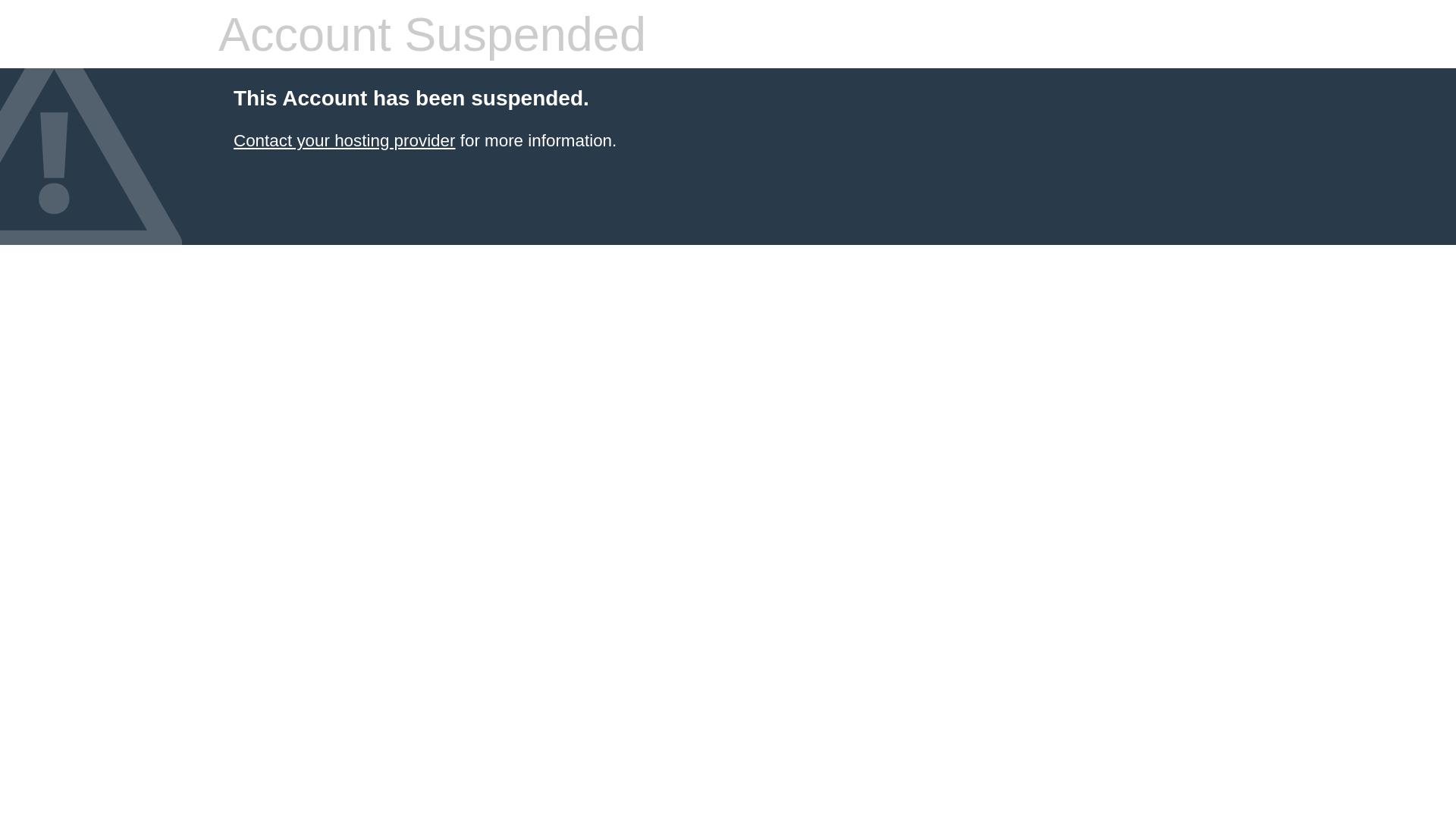 The image size is (1456, 819). Describe the element at coordinates (344, 140) in the screenshot. I see `'Contact your hosting provider'` at that location.